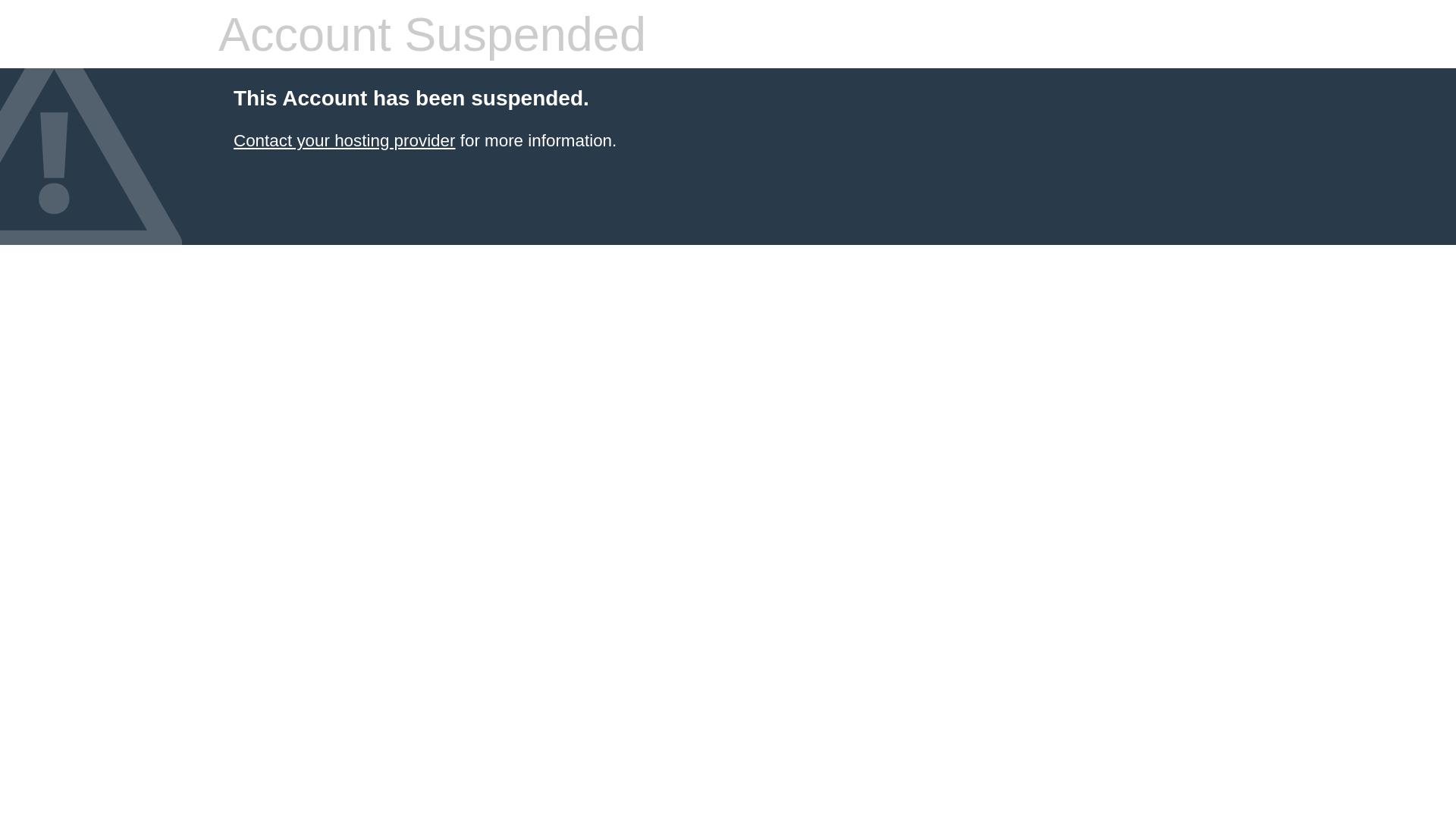 The image size is (1456, 819). Describe the element at coordinates (344, 140) in the screenshot. I see `'Contact your hosting provider'` at that location.